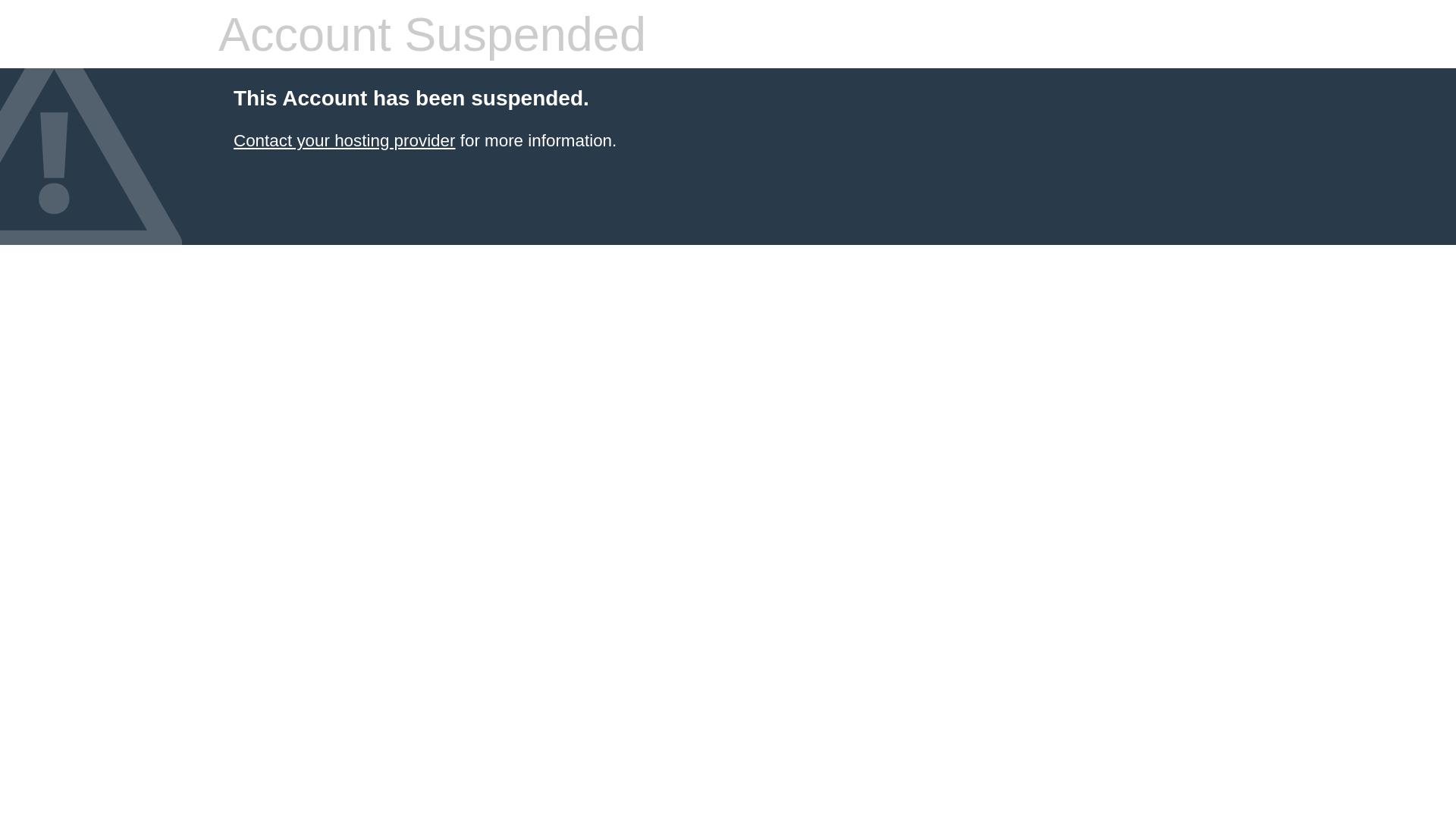 The image size is (1456, 819). Describe the element at coordinates (344, 140) in the screenshot. I see `'Contact your hosting provider'` at that location.